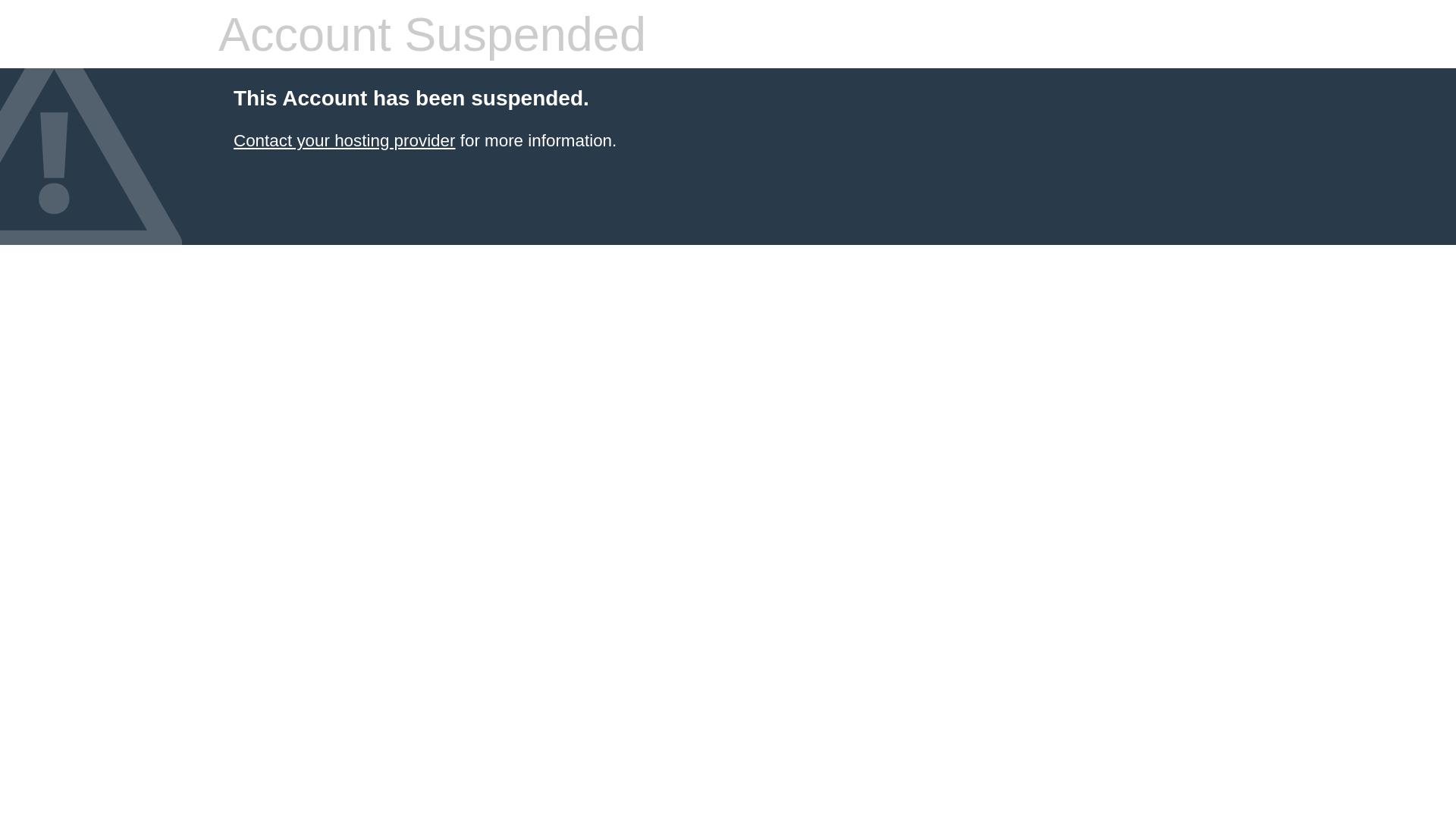 The image size is (1456, 819). Describe the element at coordinates (344, 140) in the screenshot. I see `'Contact your hosting provider'` at that location.